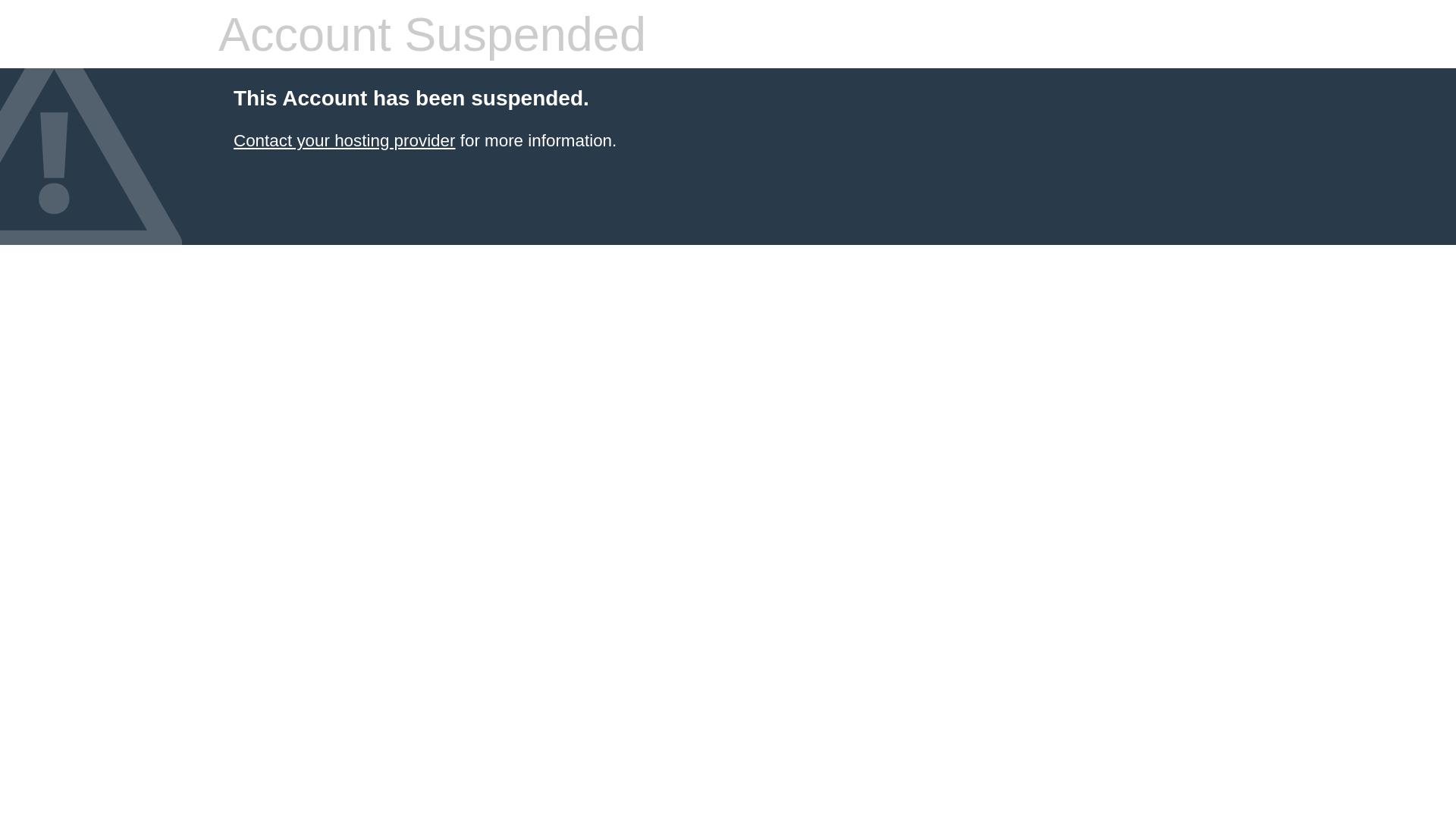 The image size is (1456, 819). Describe the element at coordinates (344, 140) in the screenshot. I see `'Contact your hosting provider'` at that location.